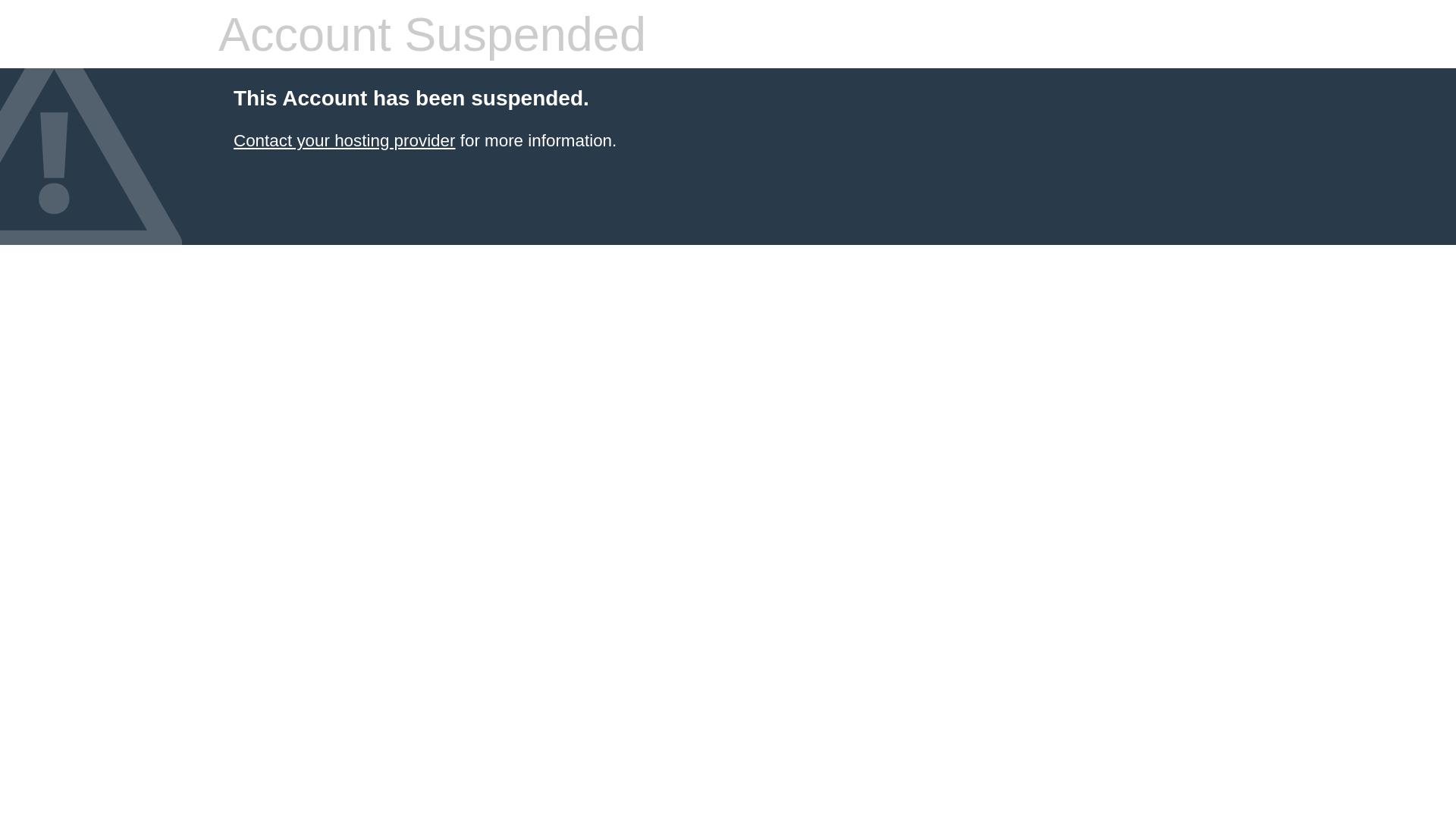 The image size is (1456, 819). Describe the element at coordinates (344, 140) in the screenshot. I see `'Contact your hosting provider'` at that location.